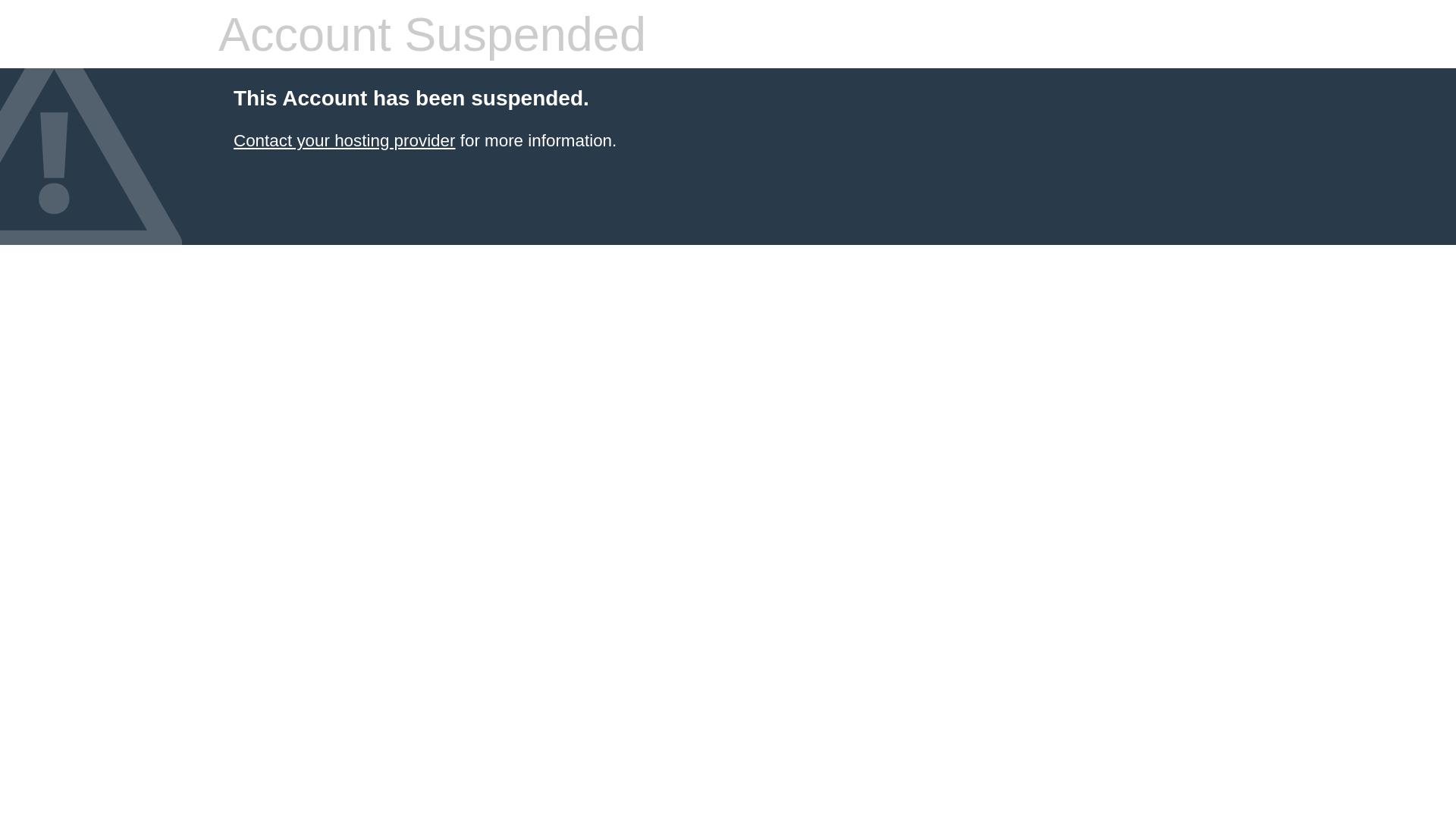 The image size is (1456, 819). Describe the element at coordinates (344, 140) in the screenshot. I see `'Contact your hosting provider'` at that location.